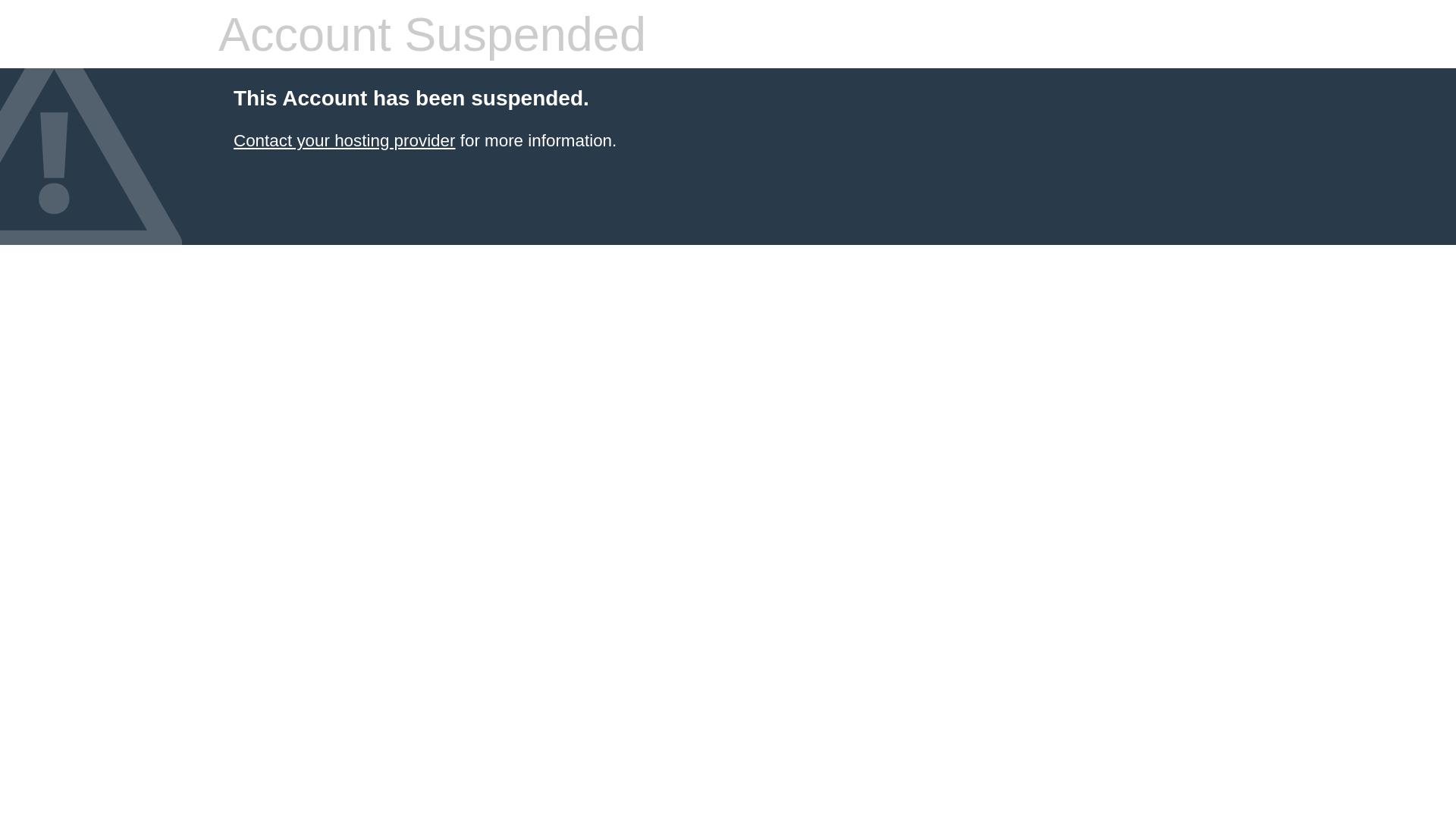 The image size is (1456, 819). Describe the element at coordinates (344, 140) in the screenshot. I see `'Contact your hosting provider'` at that location.